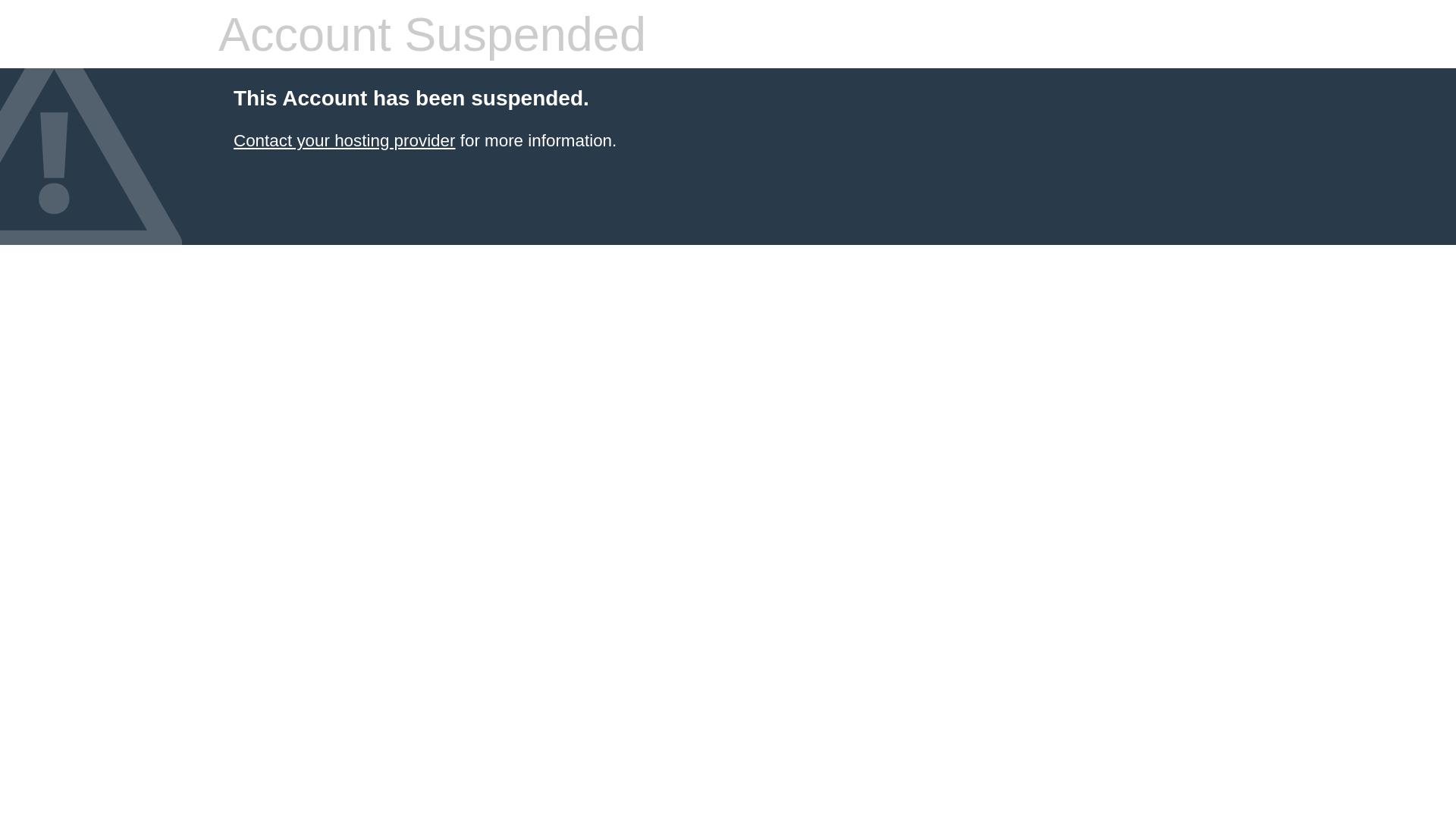 The image size is (1456, 819). Describe the element at coordinates (344, 140) in the screenshot. I see `'Contact your hosting provider'` at that location.